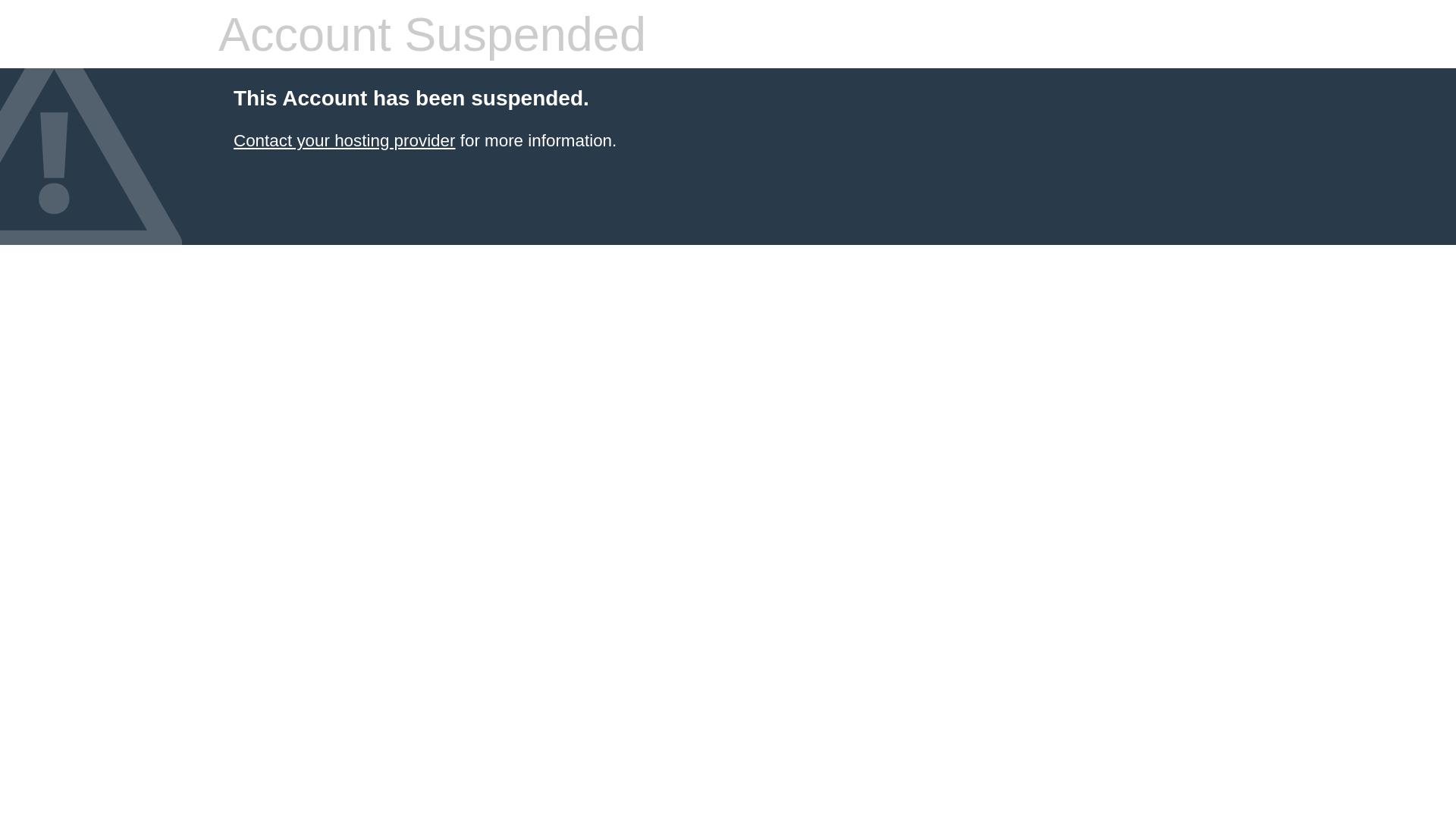 The image size is (1456, 819). Describe the element at coordinates (344, 140) in the screenshot. I see `'Contact your hosting provider'` at that location.